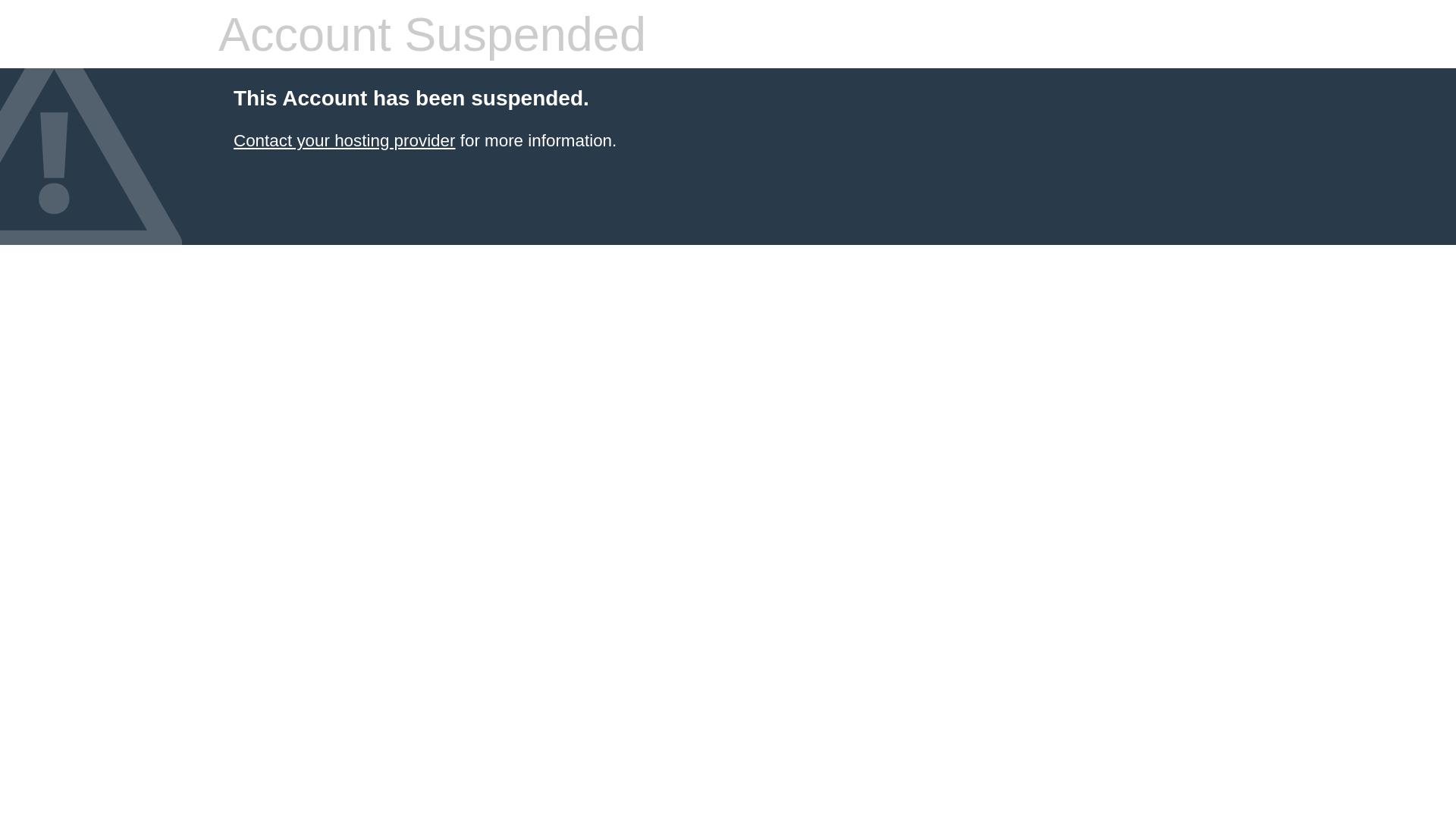 The image size is (1456, 819). Describe the element at coordinates (344, 140) in the screenshot. I see `'Contact your hosting provider'` at that location.